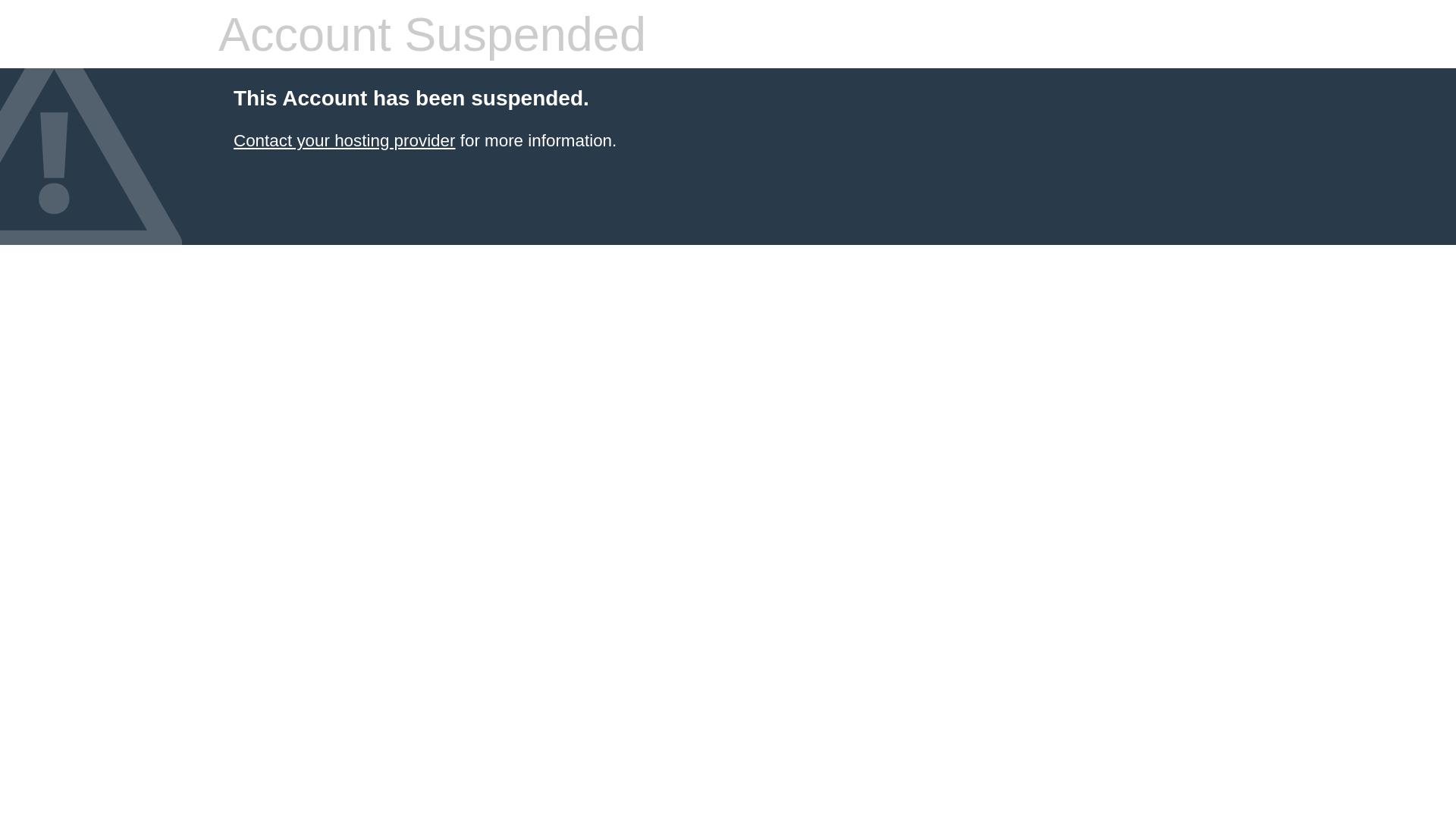 The image size is (1456, 819). Describe the element at coordinates (344, 140) in the screenshot. I see `'Contact your hosting provider'` at that location.